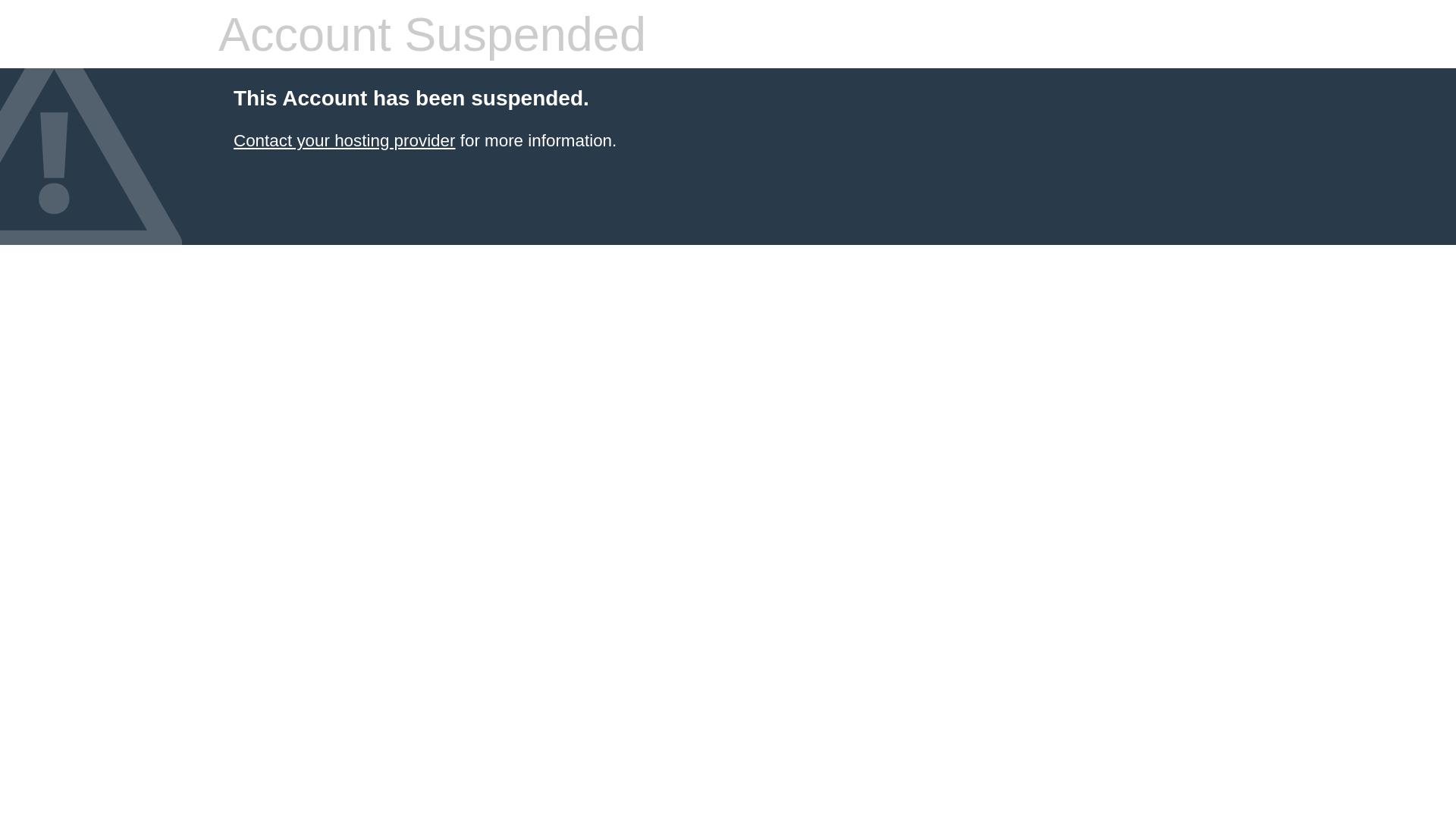 The image size is (1456, 819). Describe the element at coordinates (344, 140) in the screenshot. I see `'Contact your hosting provider'` at that location.